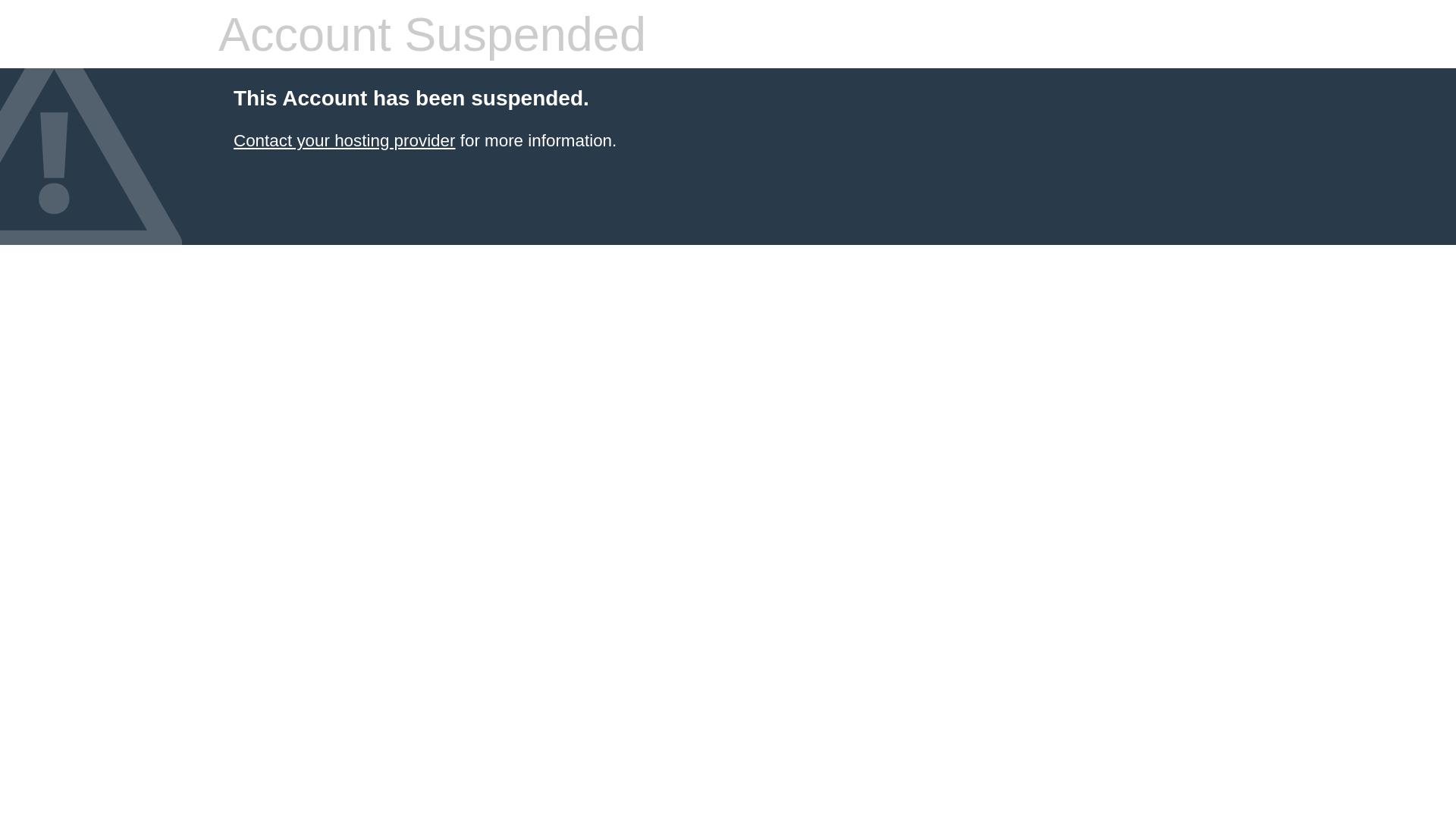 The image size is (1456, 819). Describe the element at coordinates (344, 140) in the screenshot. I see `'Contact your hosting provider'` at that location.